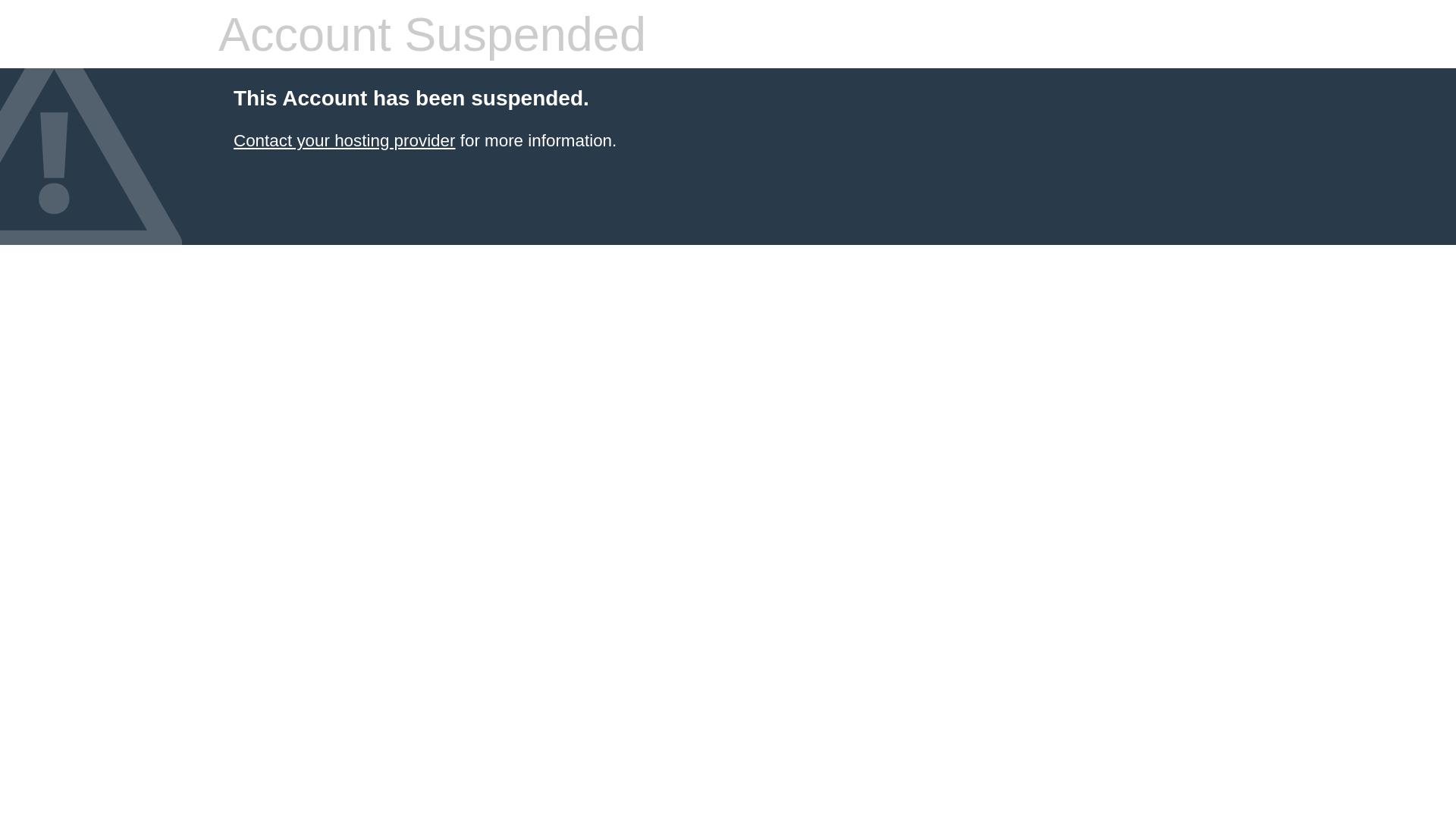 The image size is (1456, 819). Describe the element at coordinates (344, 140) in the screenshot. I see `'Contact your hosting provider'` at that location.